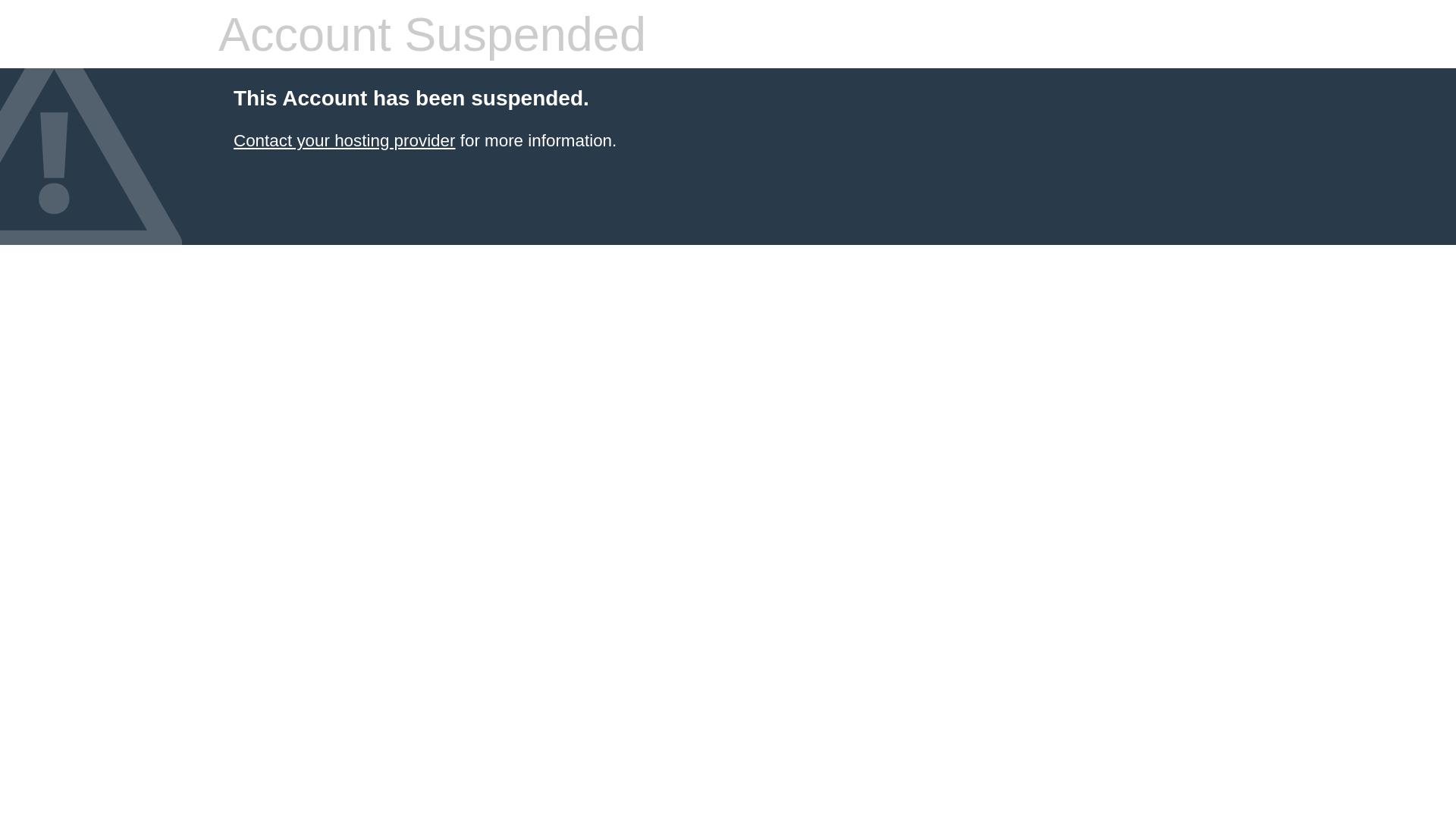 The image size is (1456, 819). Describe the element at coordinates (344, 140) in the screenshot. I see `'Contact your hosting provider'` at that location.